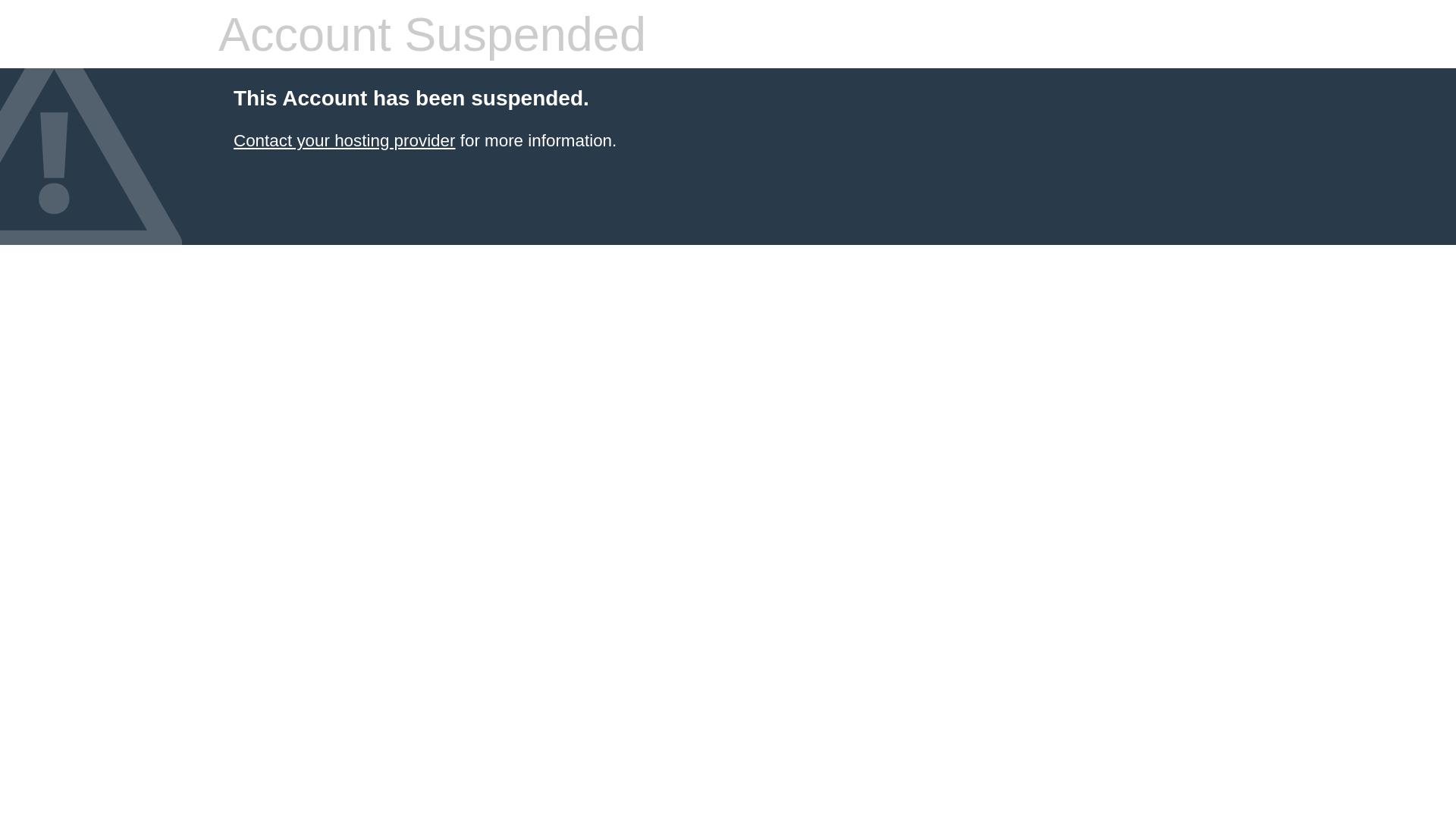 The image size is (1456, 819). Describe the element at coordinates (344, 140) in the screenshot. I see `'Contact your hosting provider'` at that location.